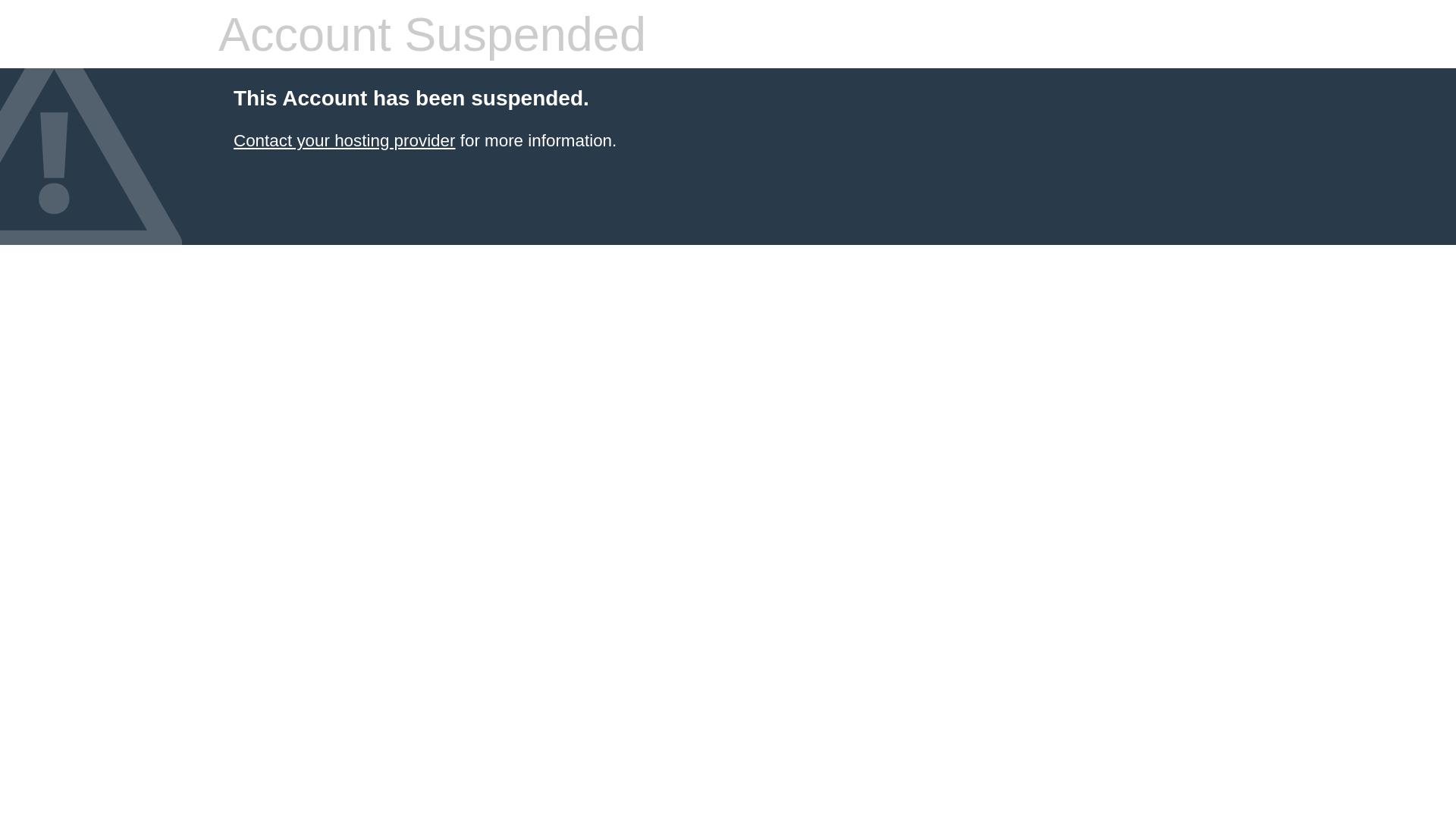 The image size is (1456, 819). Describe the element at coordinates (344, 140) in the screenshot. I see `'Contact your hosting provider'` at that location.